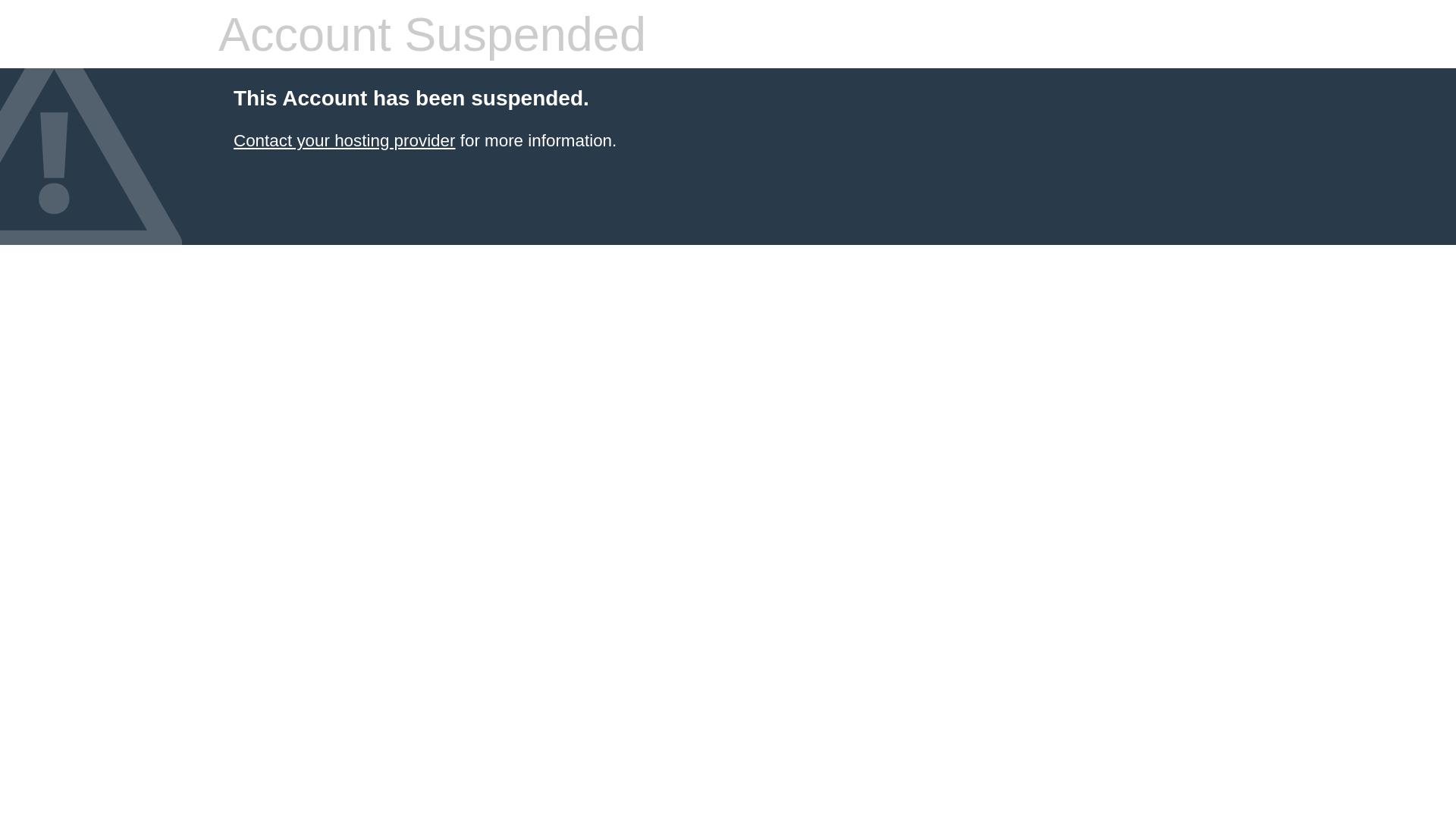 The image size is (1456, 819). Describe the element at coordinates (344, 140) in the screenshot. I see `'Contact your hosting provider'` at that location.